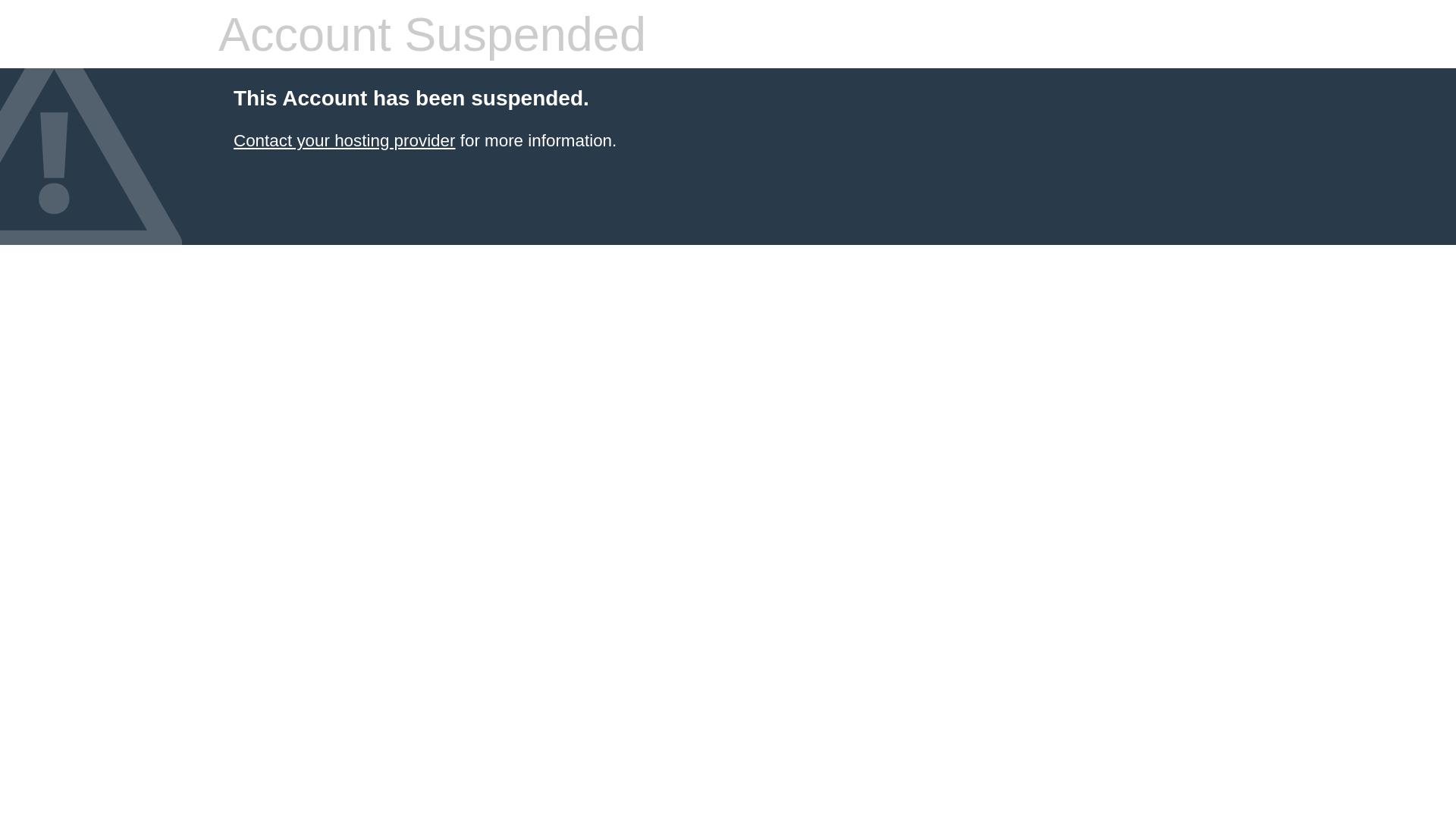 The image size is (1456, 819). Describe the element at coordinates (344, 140) in the screenshot. I see `'Contact your hosting provider'` at that location.